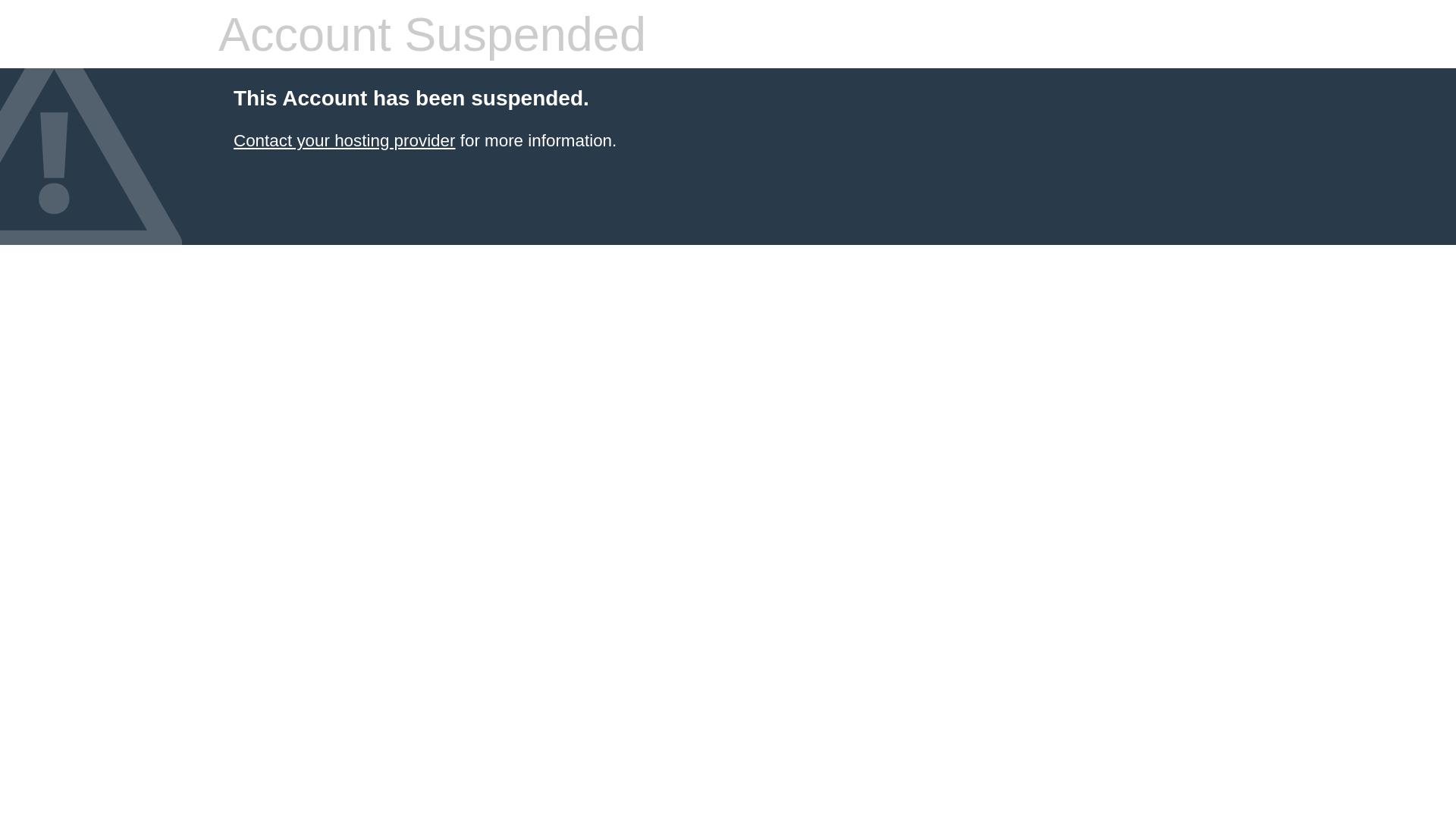 The image size is (1456, 819). Describe the element at coordinates (344, 140) in the screenshot. I see `'Contact your hosting provider'` at that location.